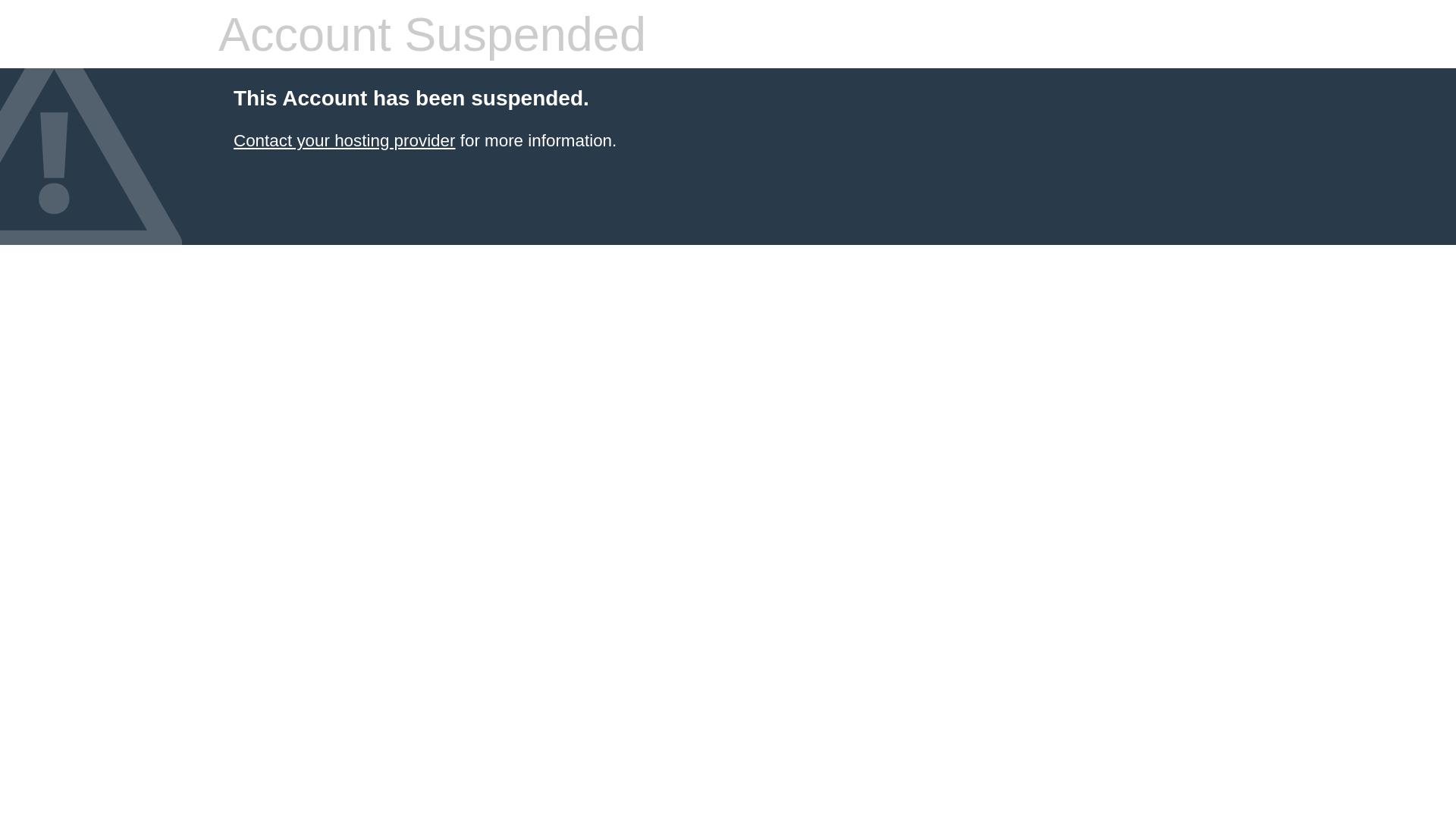 The image size is (1456, 819). Describe the element at coordinates (344, 140) in the screenshot. I see `'Contact your hosting provider'` at that location.